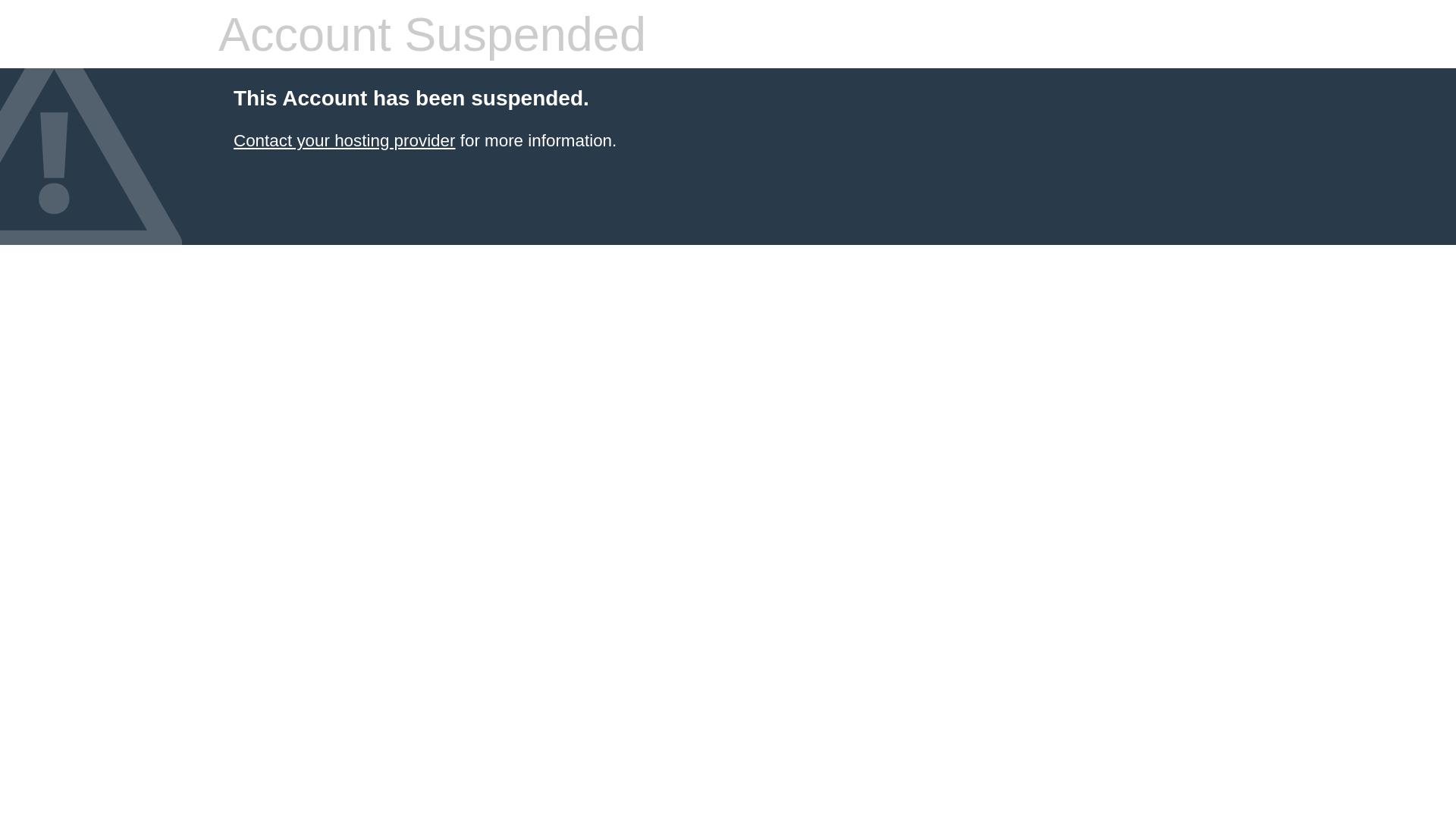 The image size is (1456, 819). Describe the element at coordinates (344, 140) in the screenshot. I see `'Contact your hosting provider'` at that location.